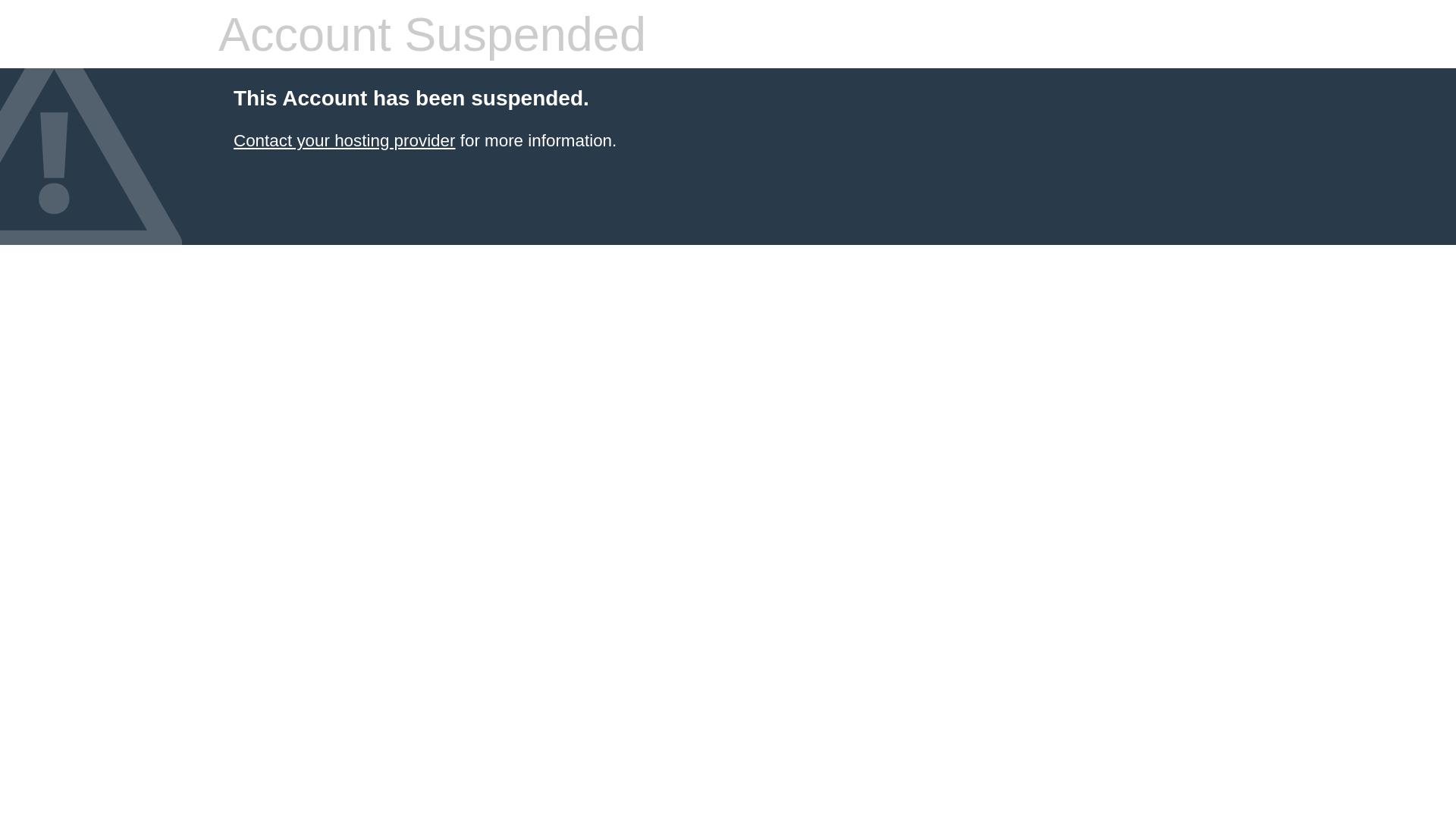 The image size is (1456, 819). Describe the element at coordinates (344, 140) in the screenshot. I see `'Contact your hosting provider'` at that location.